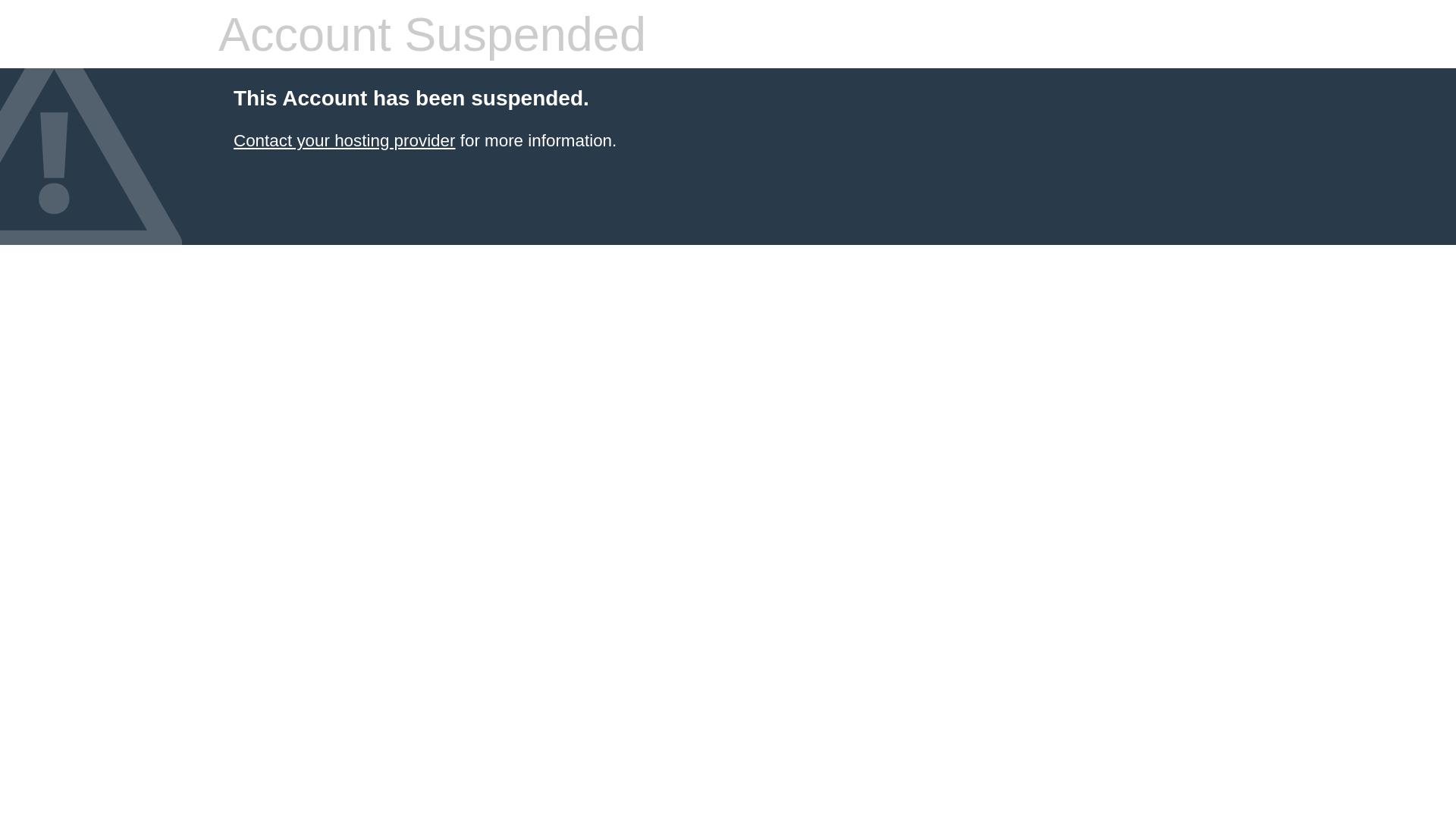 The image size is (1456, 819). Describe the element at coordinates (344, 140) in the screenshot. I see `'Contact your hosting provider'` at that location.